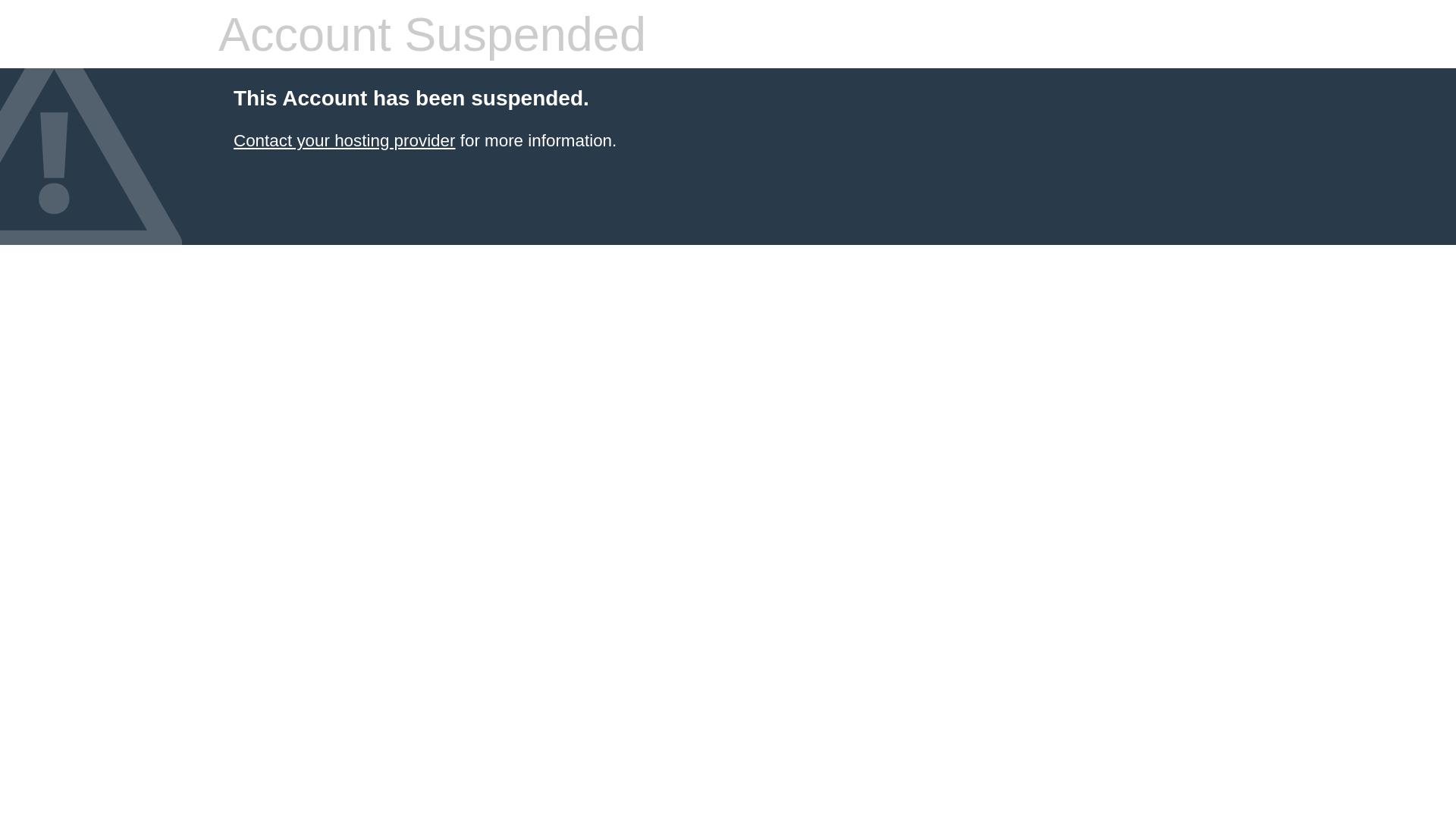 The image size is (1456, 819). Describe the element at coordinates (344, 140) in the screenshot. I see `'Contact your hosting provider'` at that location.